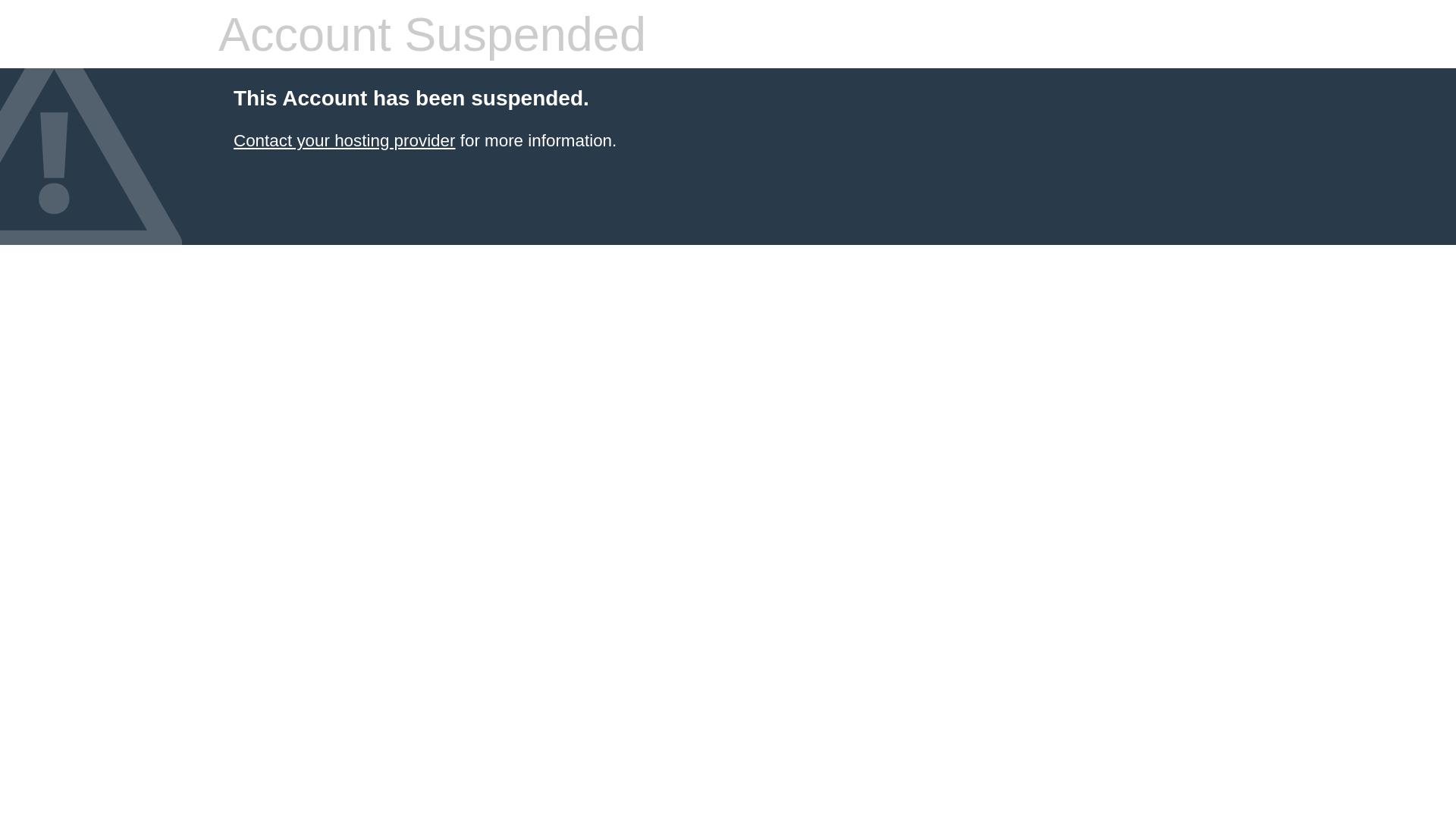 The image size is (1456, 819). Describe the element at coordinates (344, 140) in the screenshot. I see `'Contact your hosting provider'` at that location.